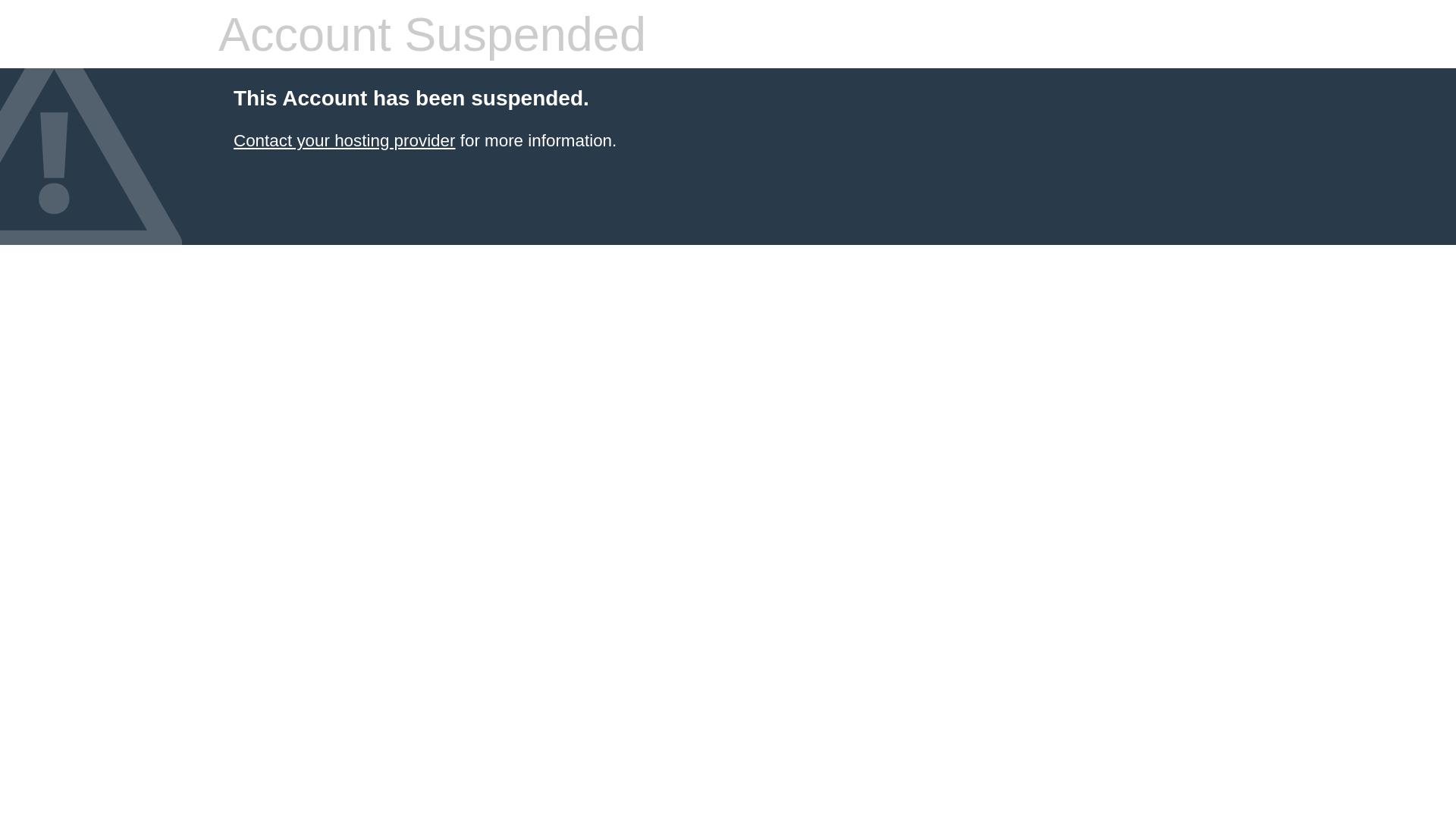 The image size is (1456, 819). Describe the element at coordinates (344, 140) in the screenshot. I see `'Contact your hosting provider'` at that location.